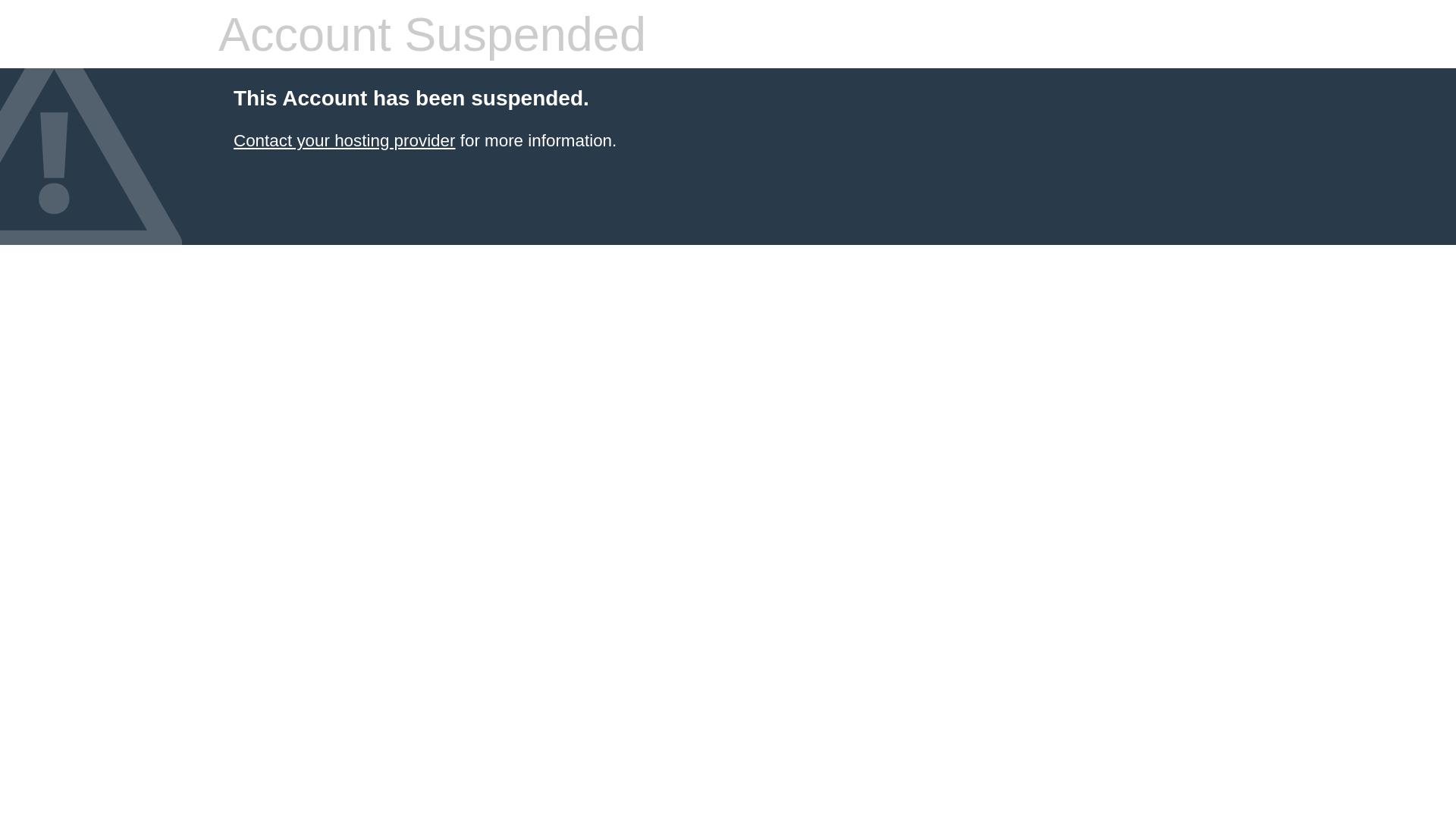 The image size is (1456, 819). Describe the element at coordinates (344, 140) in the screenshot. I see `'Contact your hosting provider'` at that location.